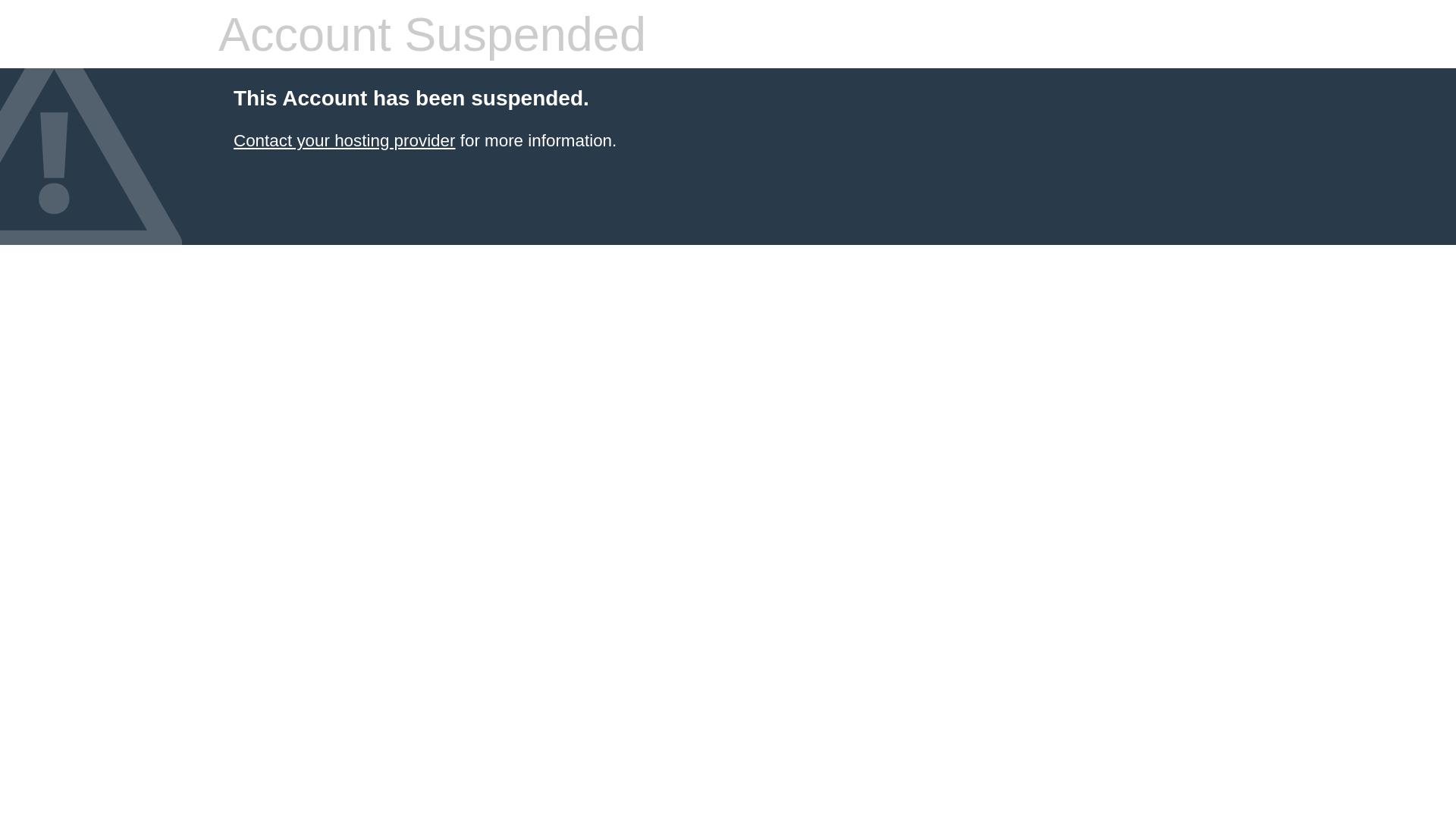 The image size is (1456, 819). Describe the element at coordinates (344, 140) in the screenshot. I see `'Contact your hosting provider'` at that location.